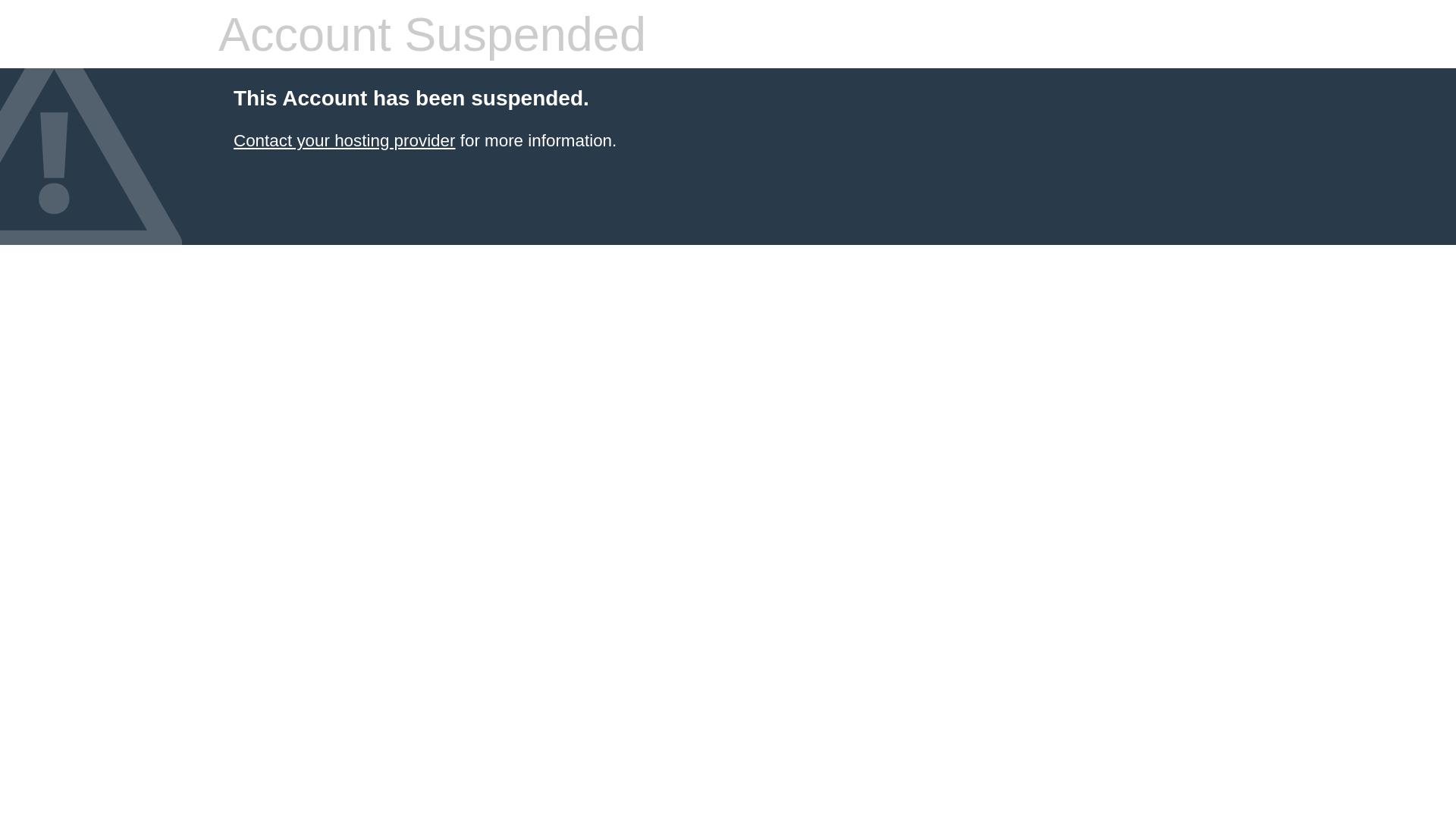 The image size is (1456, 819). Describe the element at coordinates (344, 140) in the screenshot. I see `'Contact your hosting provider'` at that location.